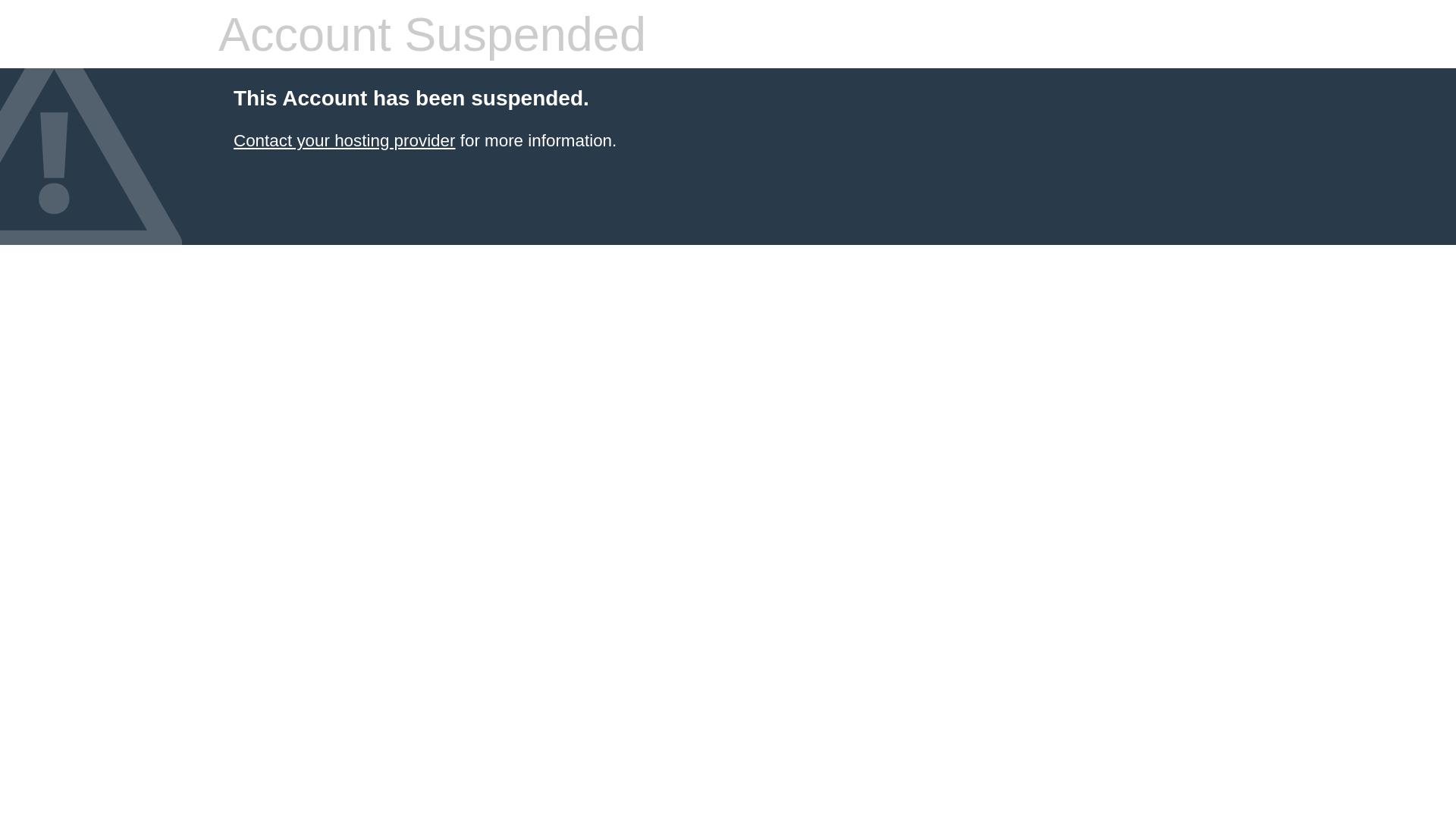 The image size is (1456, 819). Describe the element at coordinates (344, 140) in the screenshot. I see `'Contact your hosting provider'` at that location.